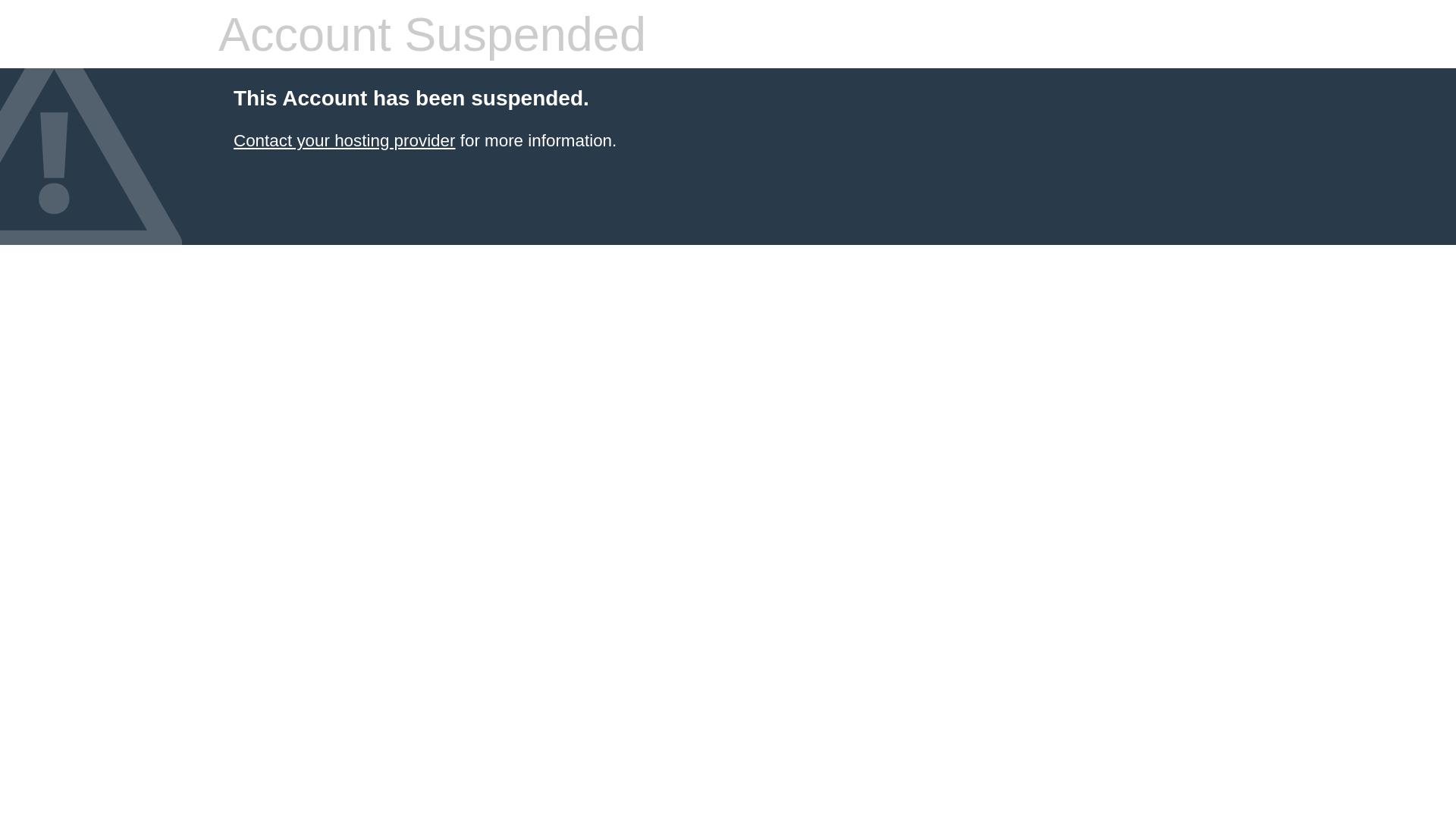 The image size is (1456, 819). Describe the element at coordinates (344, 140) in the screenshot. I see `'Contact your hosting provider'` at that location.